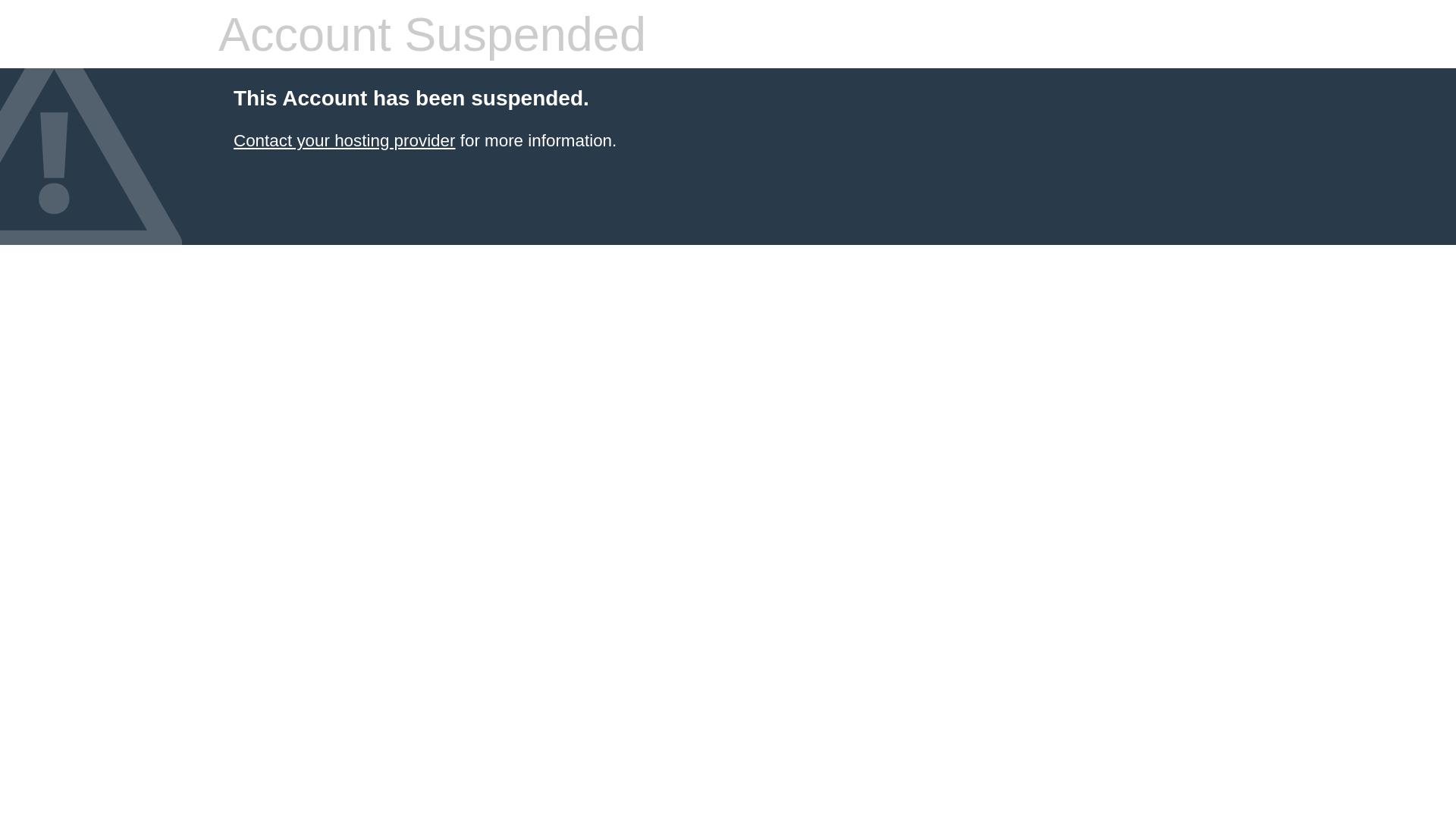 The image size is (1456, 819). Describe the element at coordinates (344, 140) in the screenshot. I see `'Contact your hosting provider'` at that location.